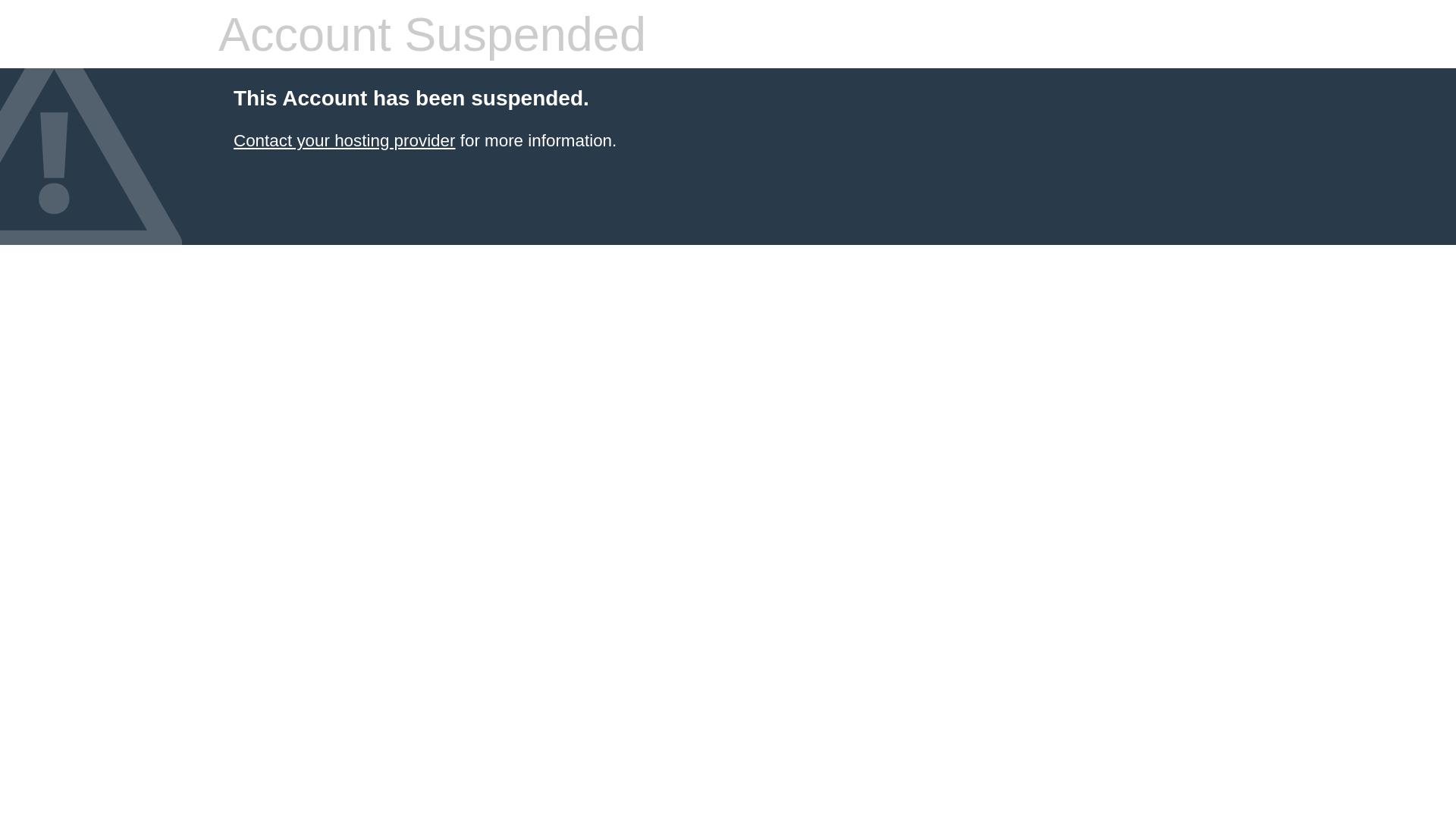 The image size is (1456, 819). Describe the element at coordinates (344, 140) in the screenshot. I see `'Contact your hosting provider'` at that location.